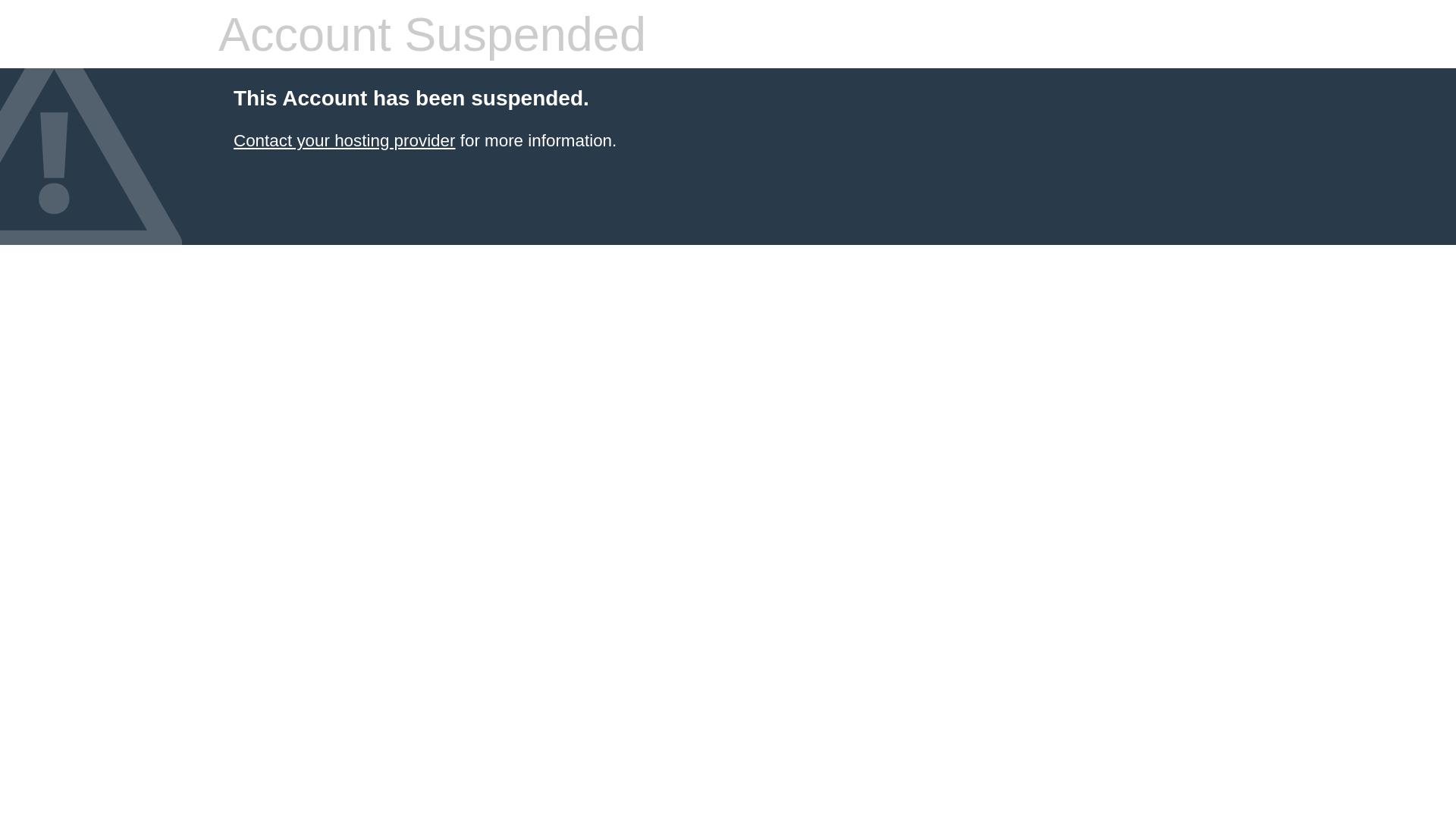 The image size is (1456, 819). Describe the element at coordinates (344, 140) in the screenshot. I see `'Contact your hosting provider'` at that location.